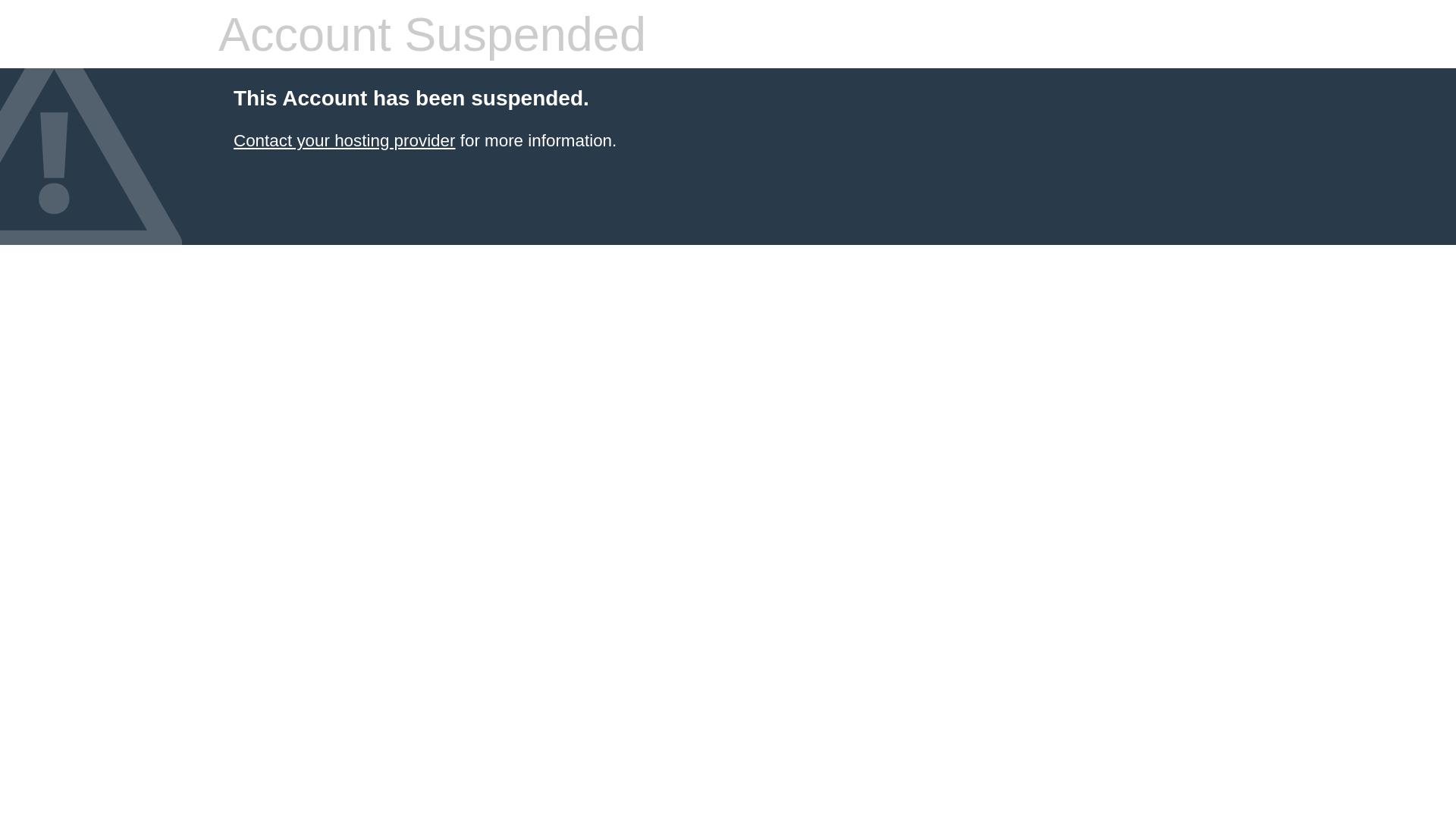 The image size is (1456, 819). Describe the element at coordinates (344, 140) in the screenshot. I see `'Contact your hosting provider'` at that location.